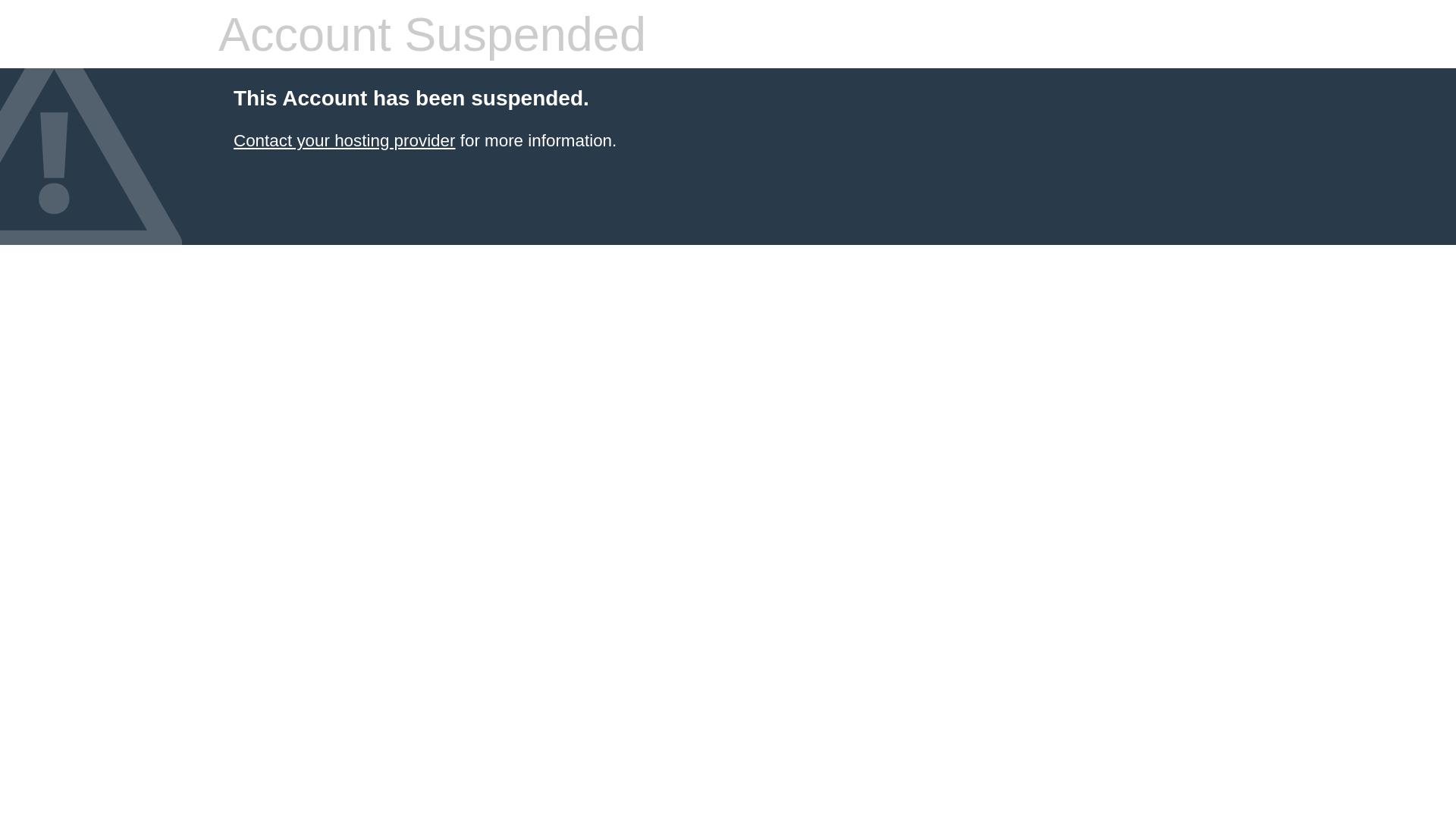 The image size is (1456, 819). Describe the element at coordinates (344, 140) in the screenshot. I see `'Contact your hosting provider'` at that location.